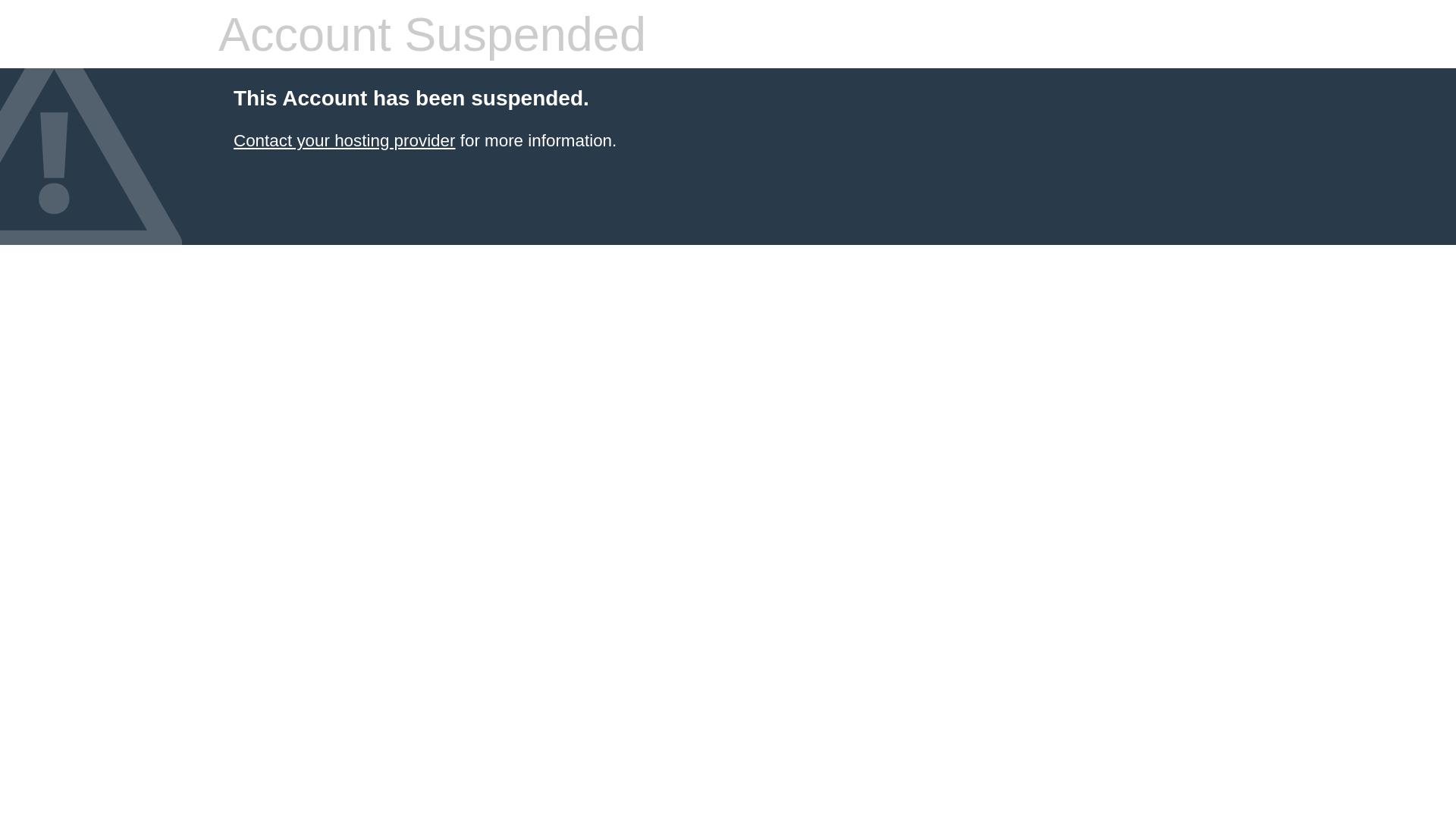 The image size is (1456, 819). Describe the element at coordinates (344, 140) in the screenshot. I see `'Contact your hosting provider'` at that location.